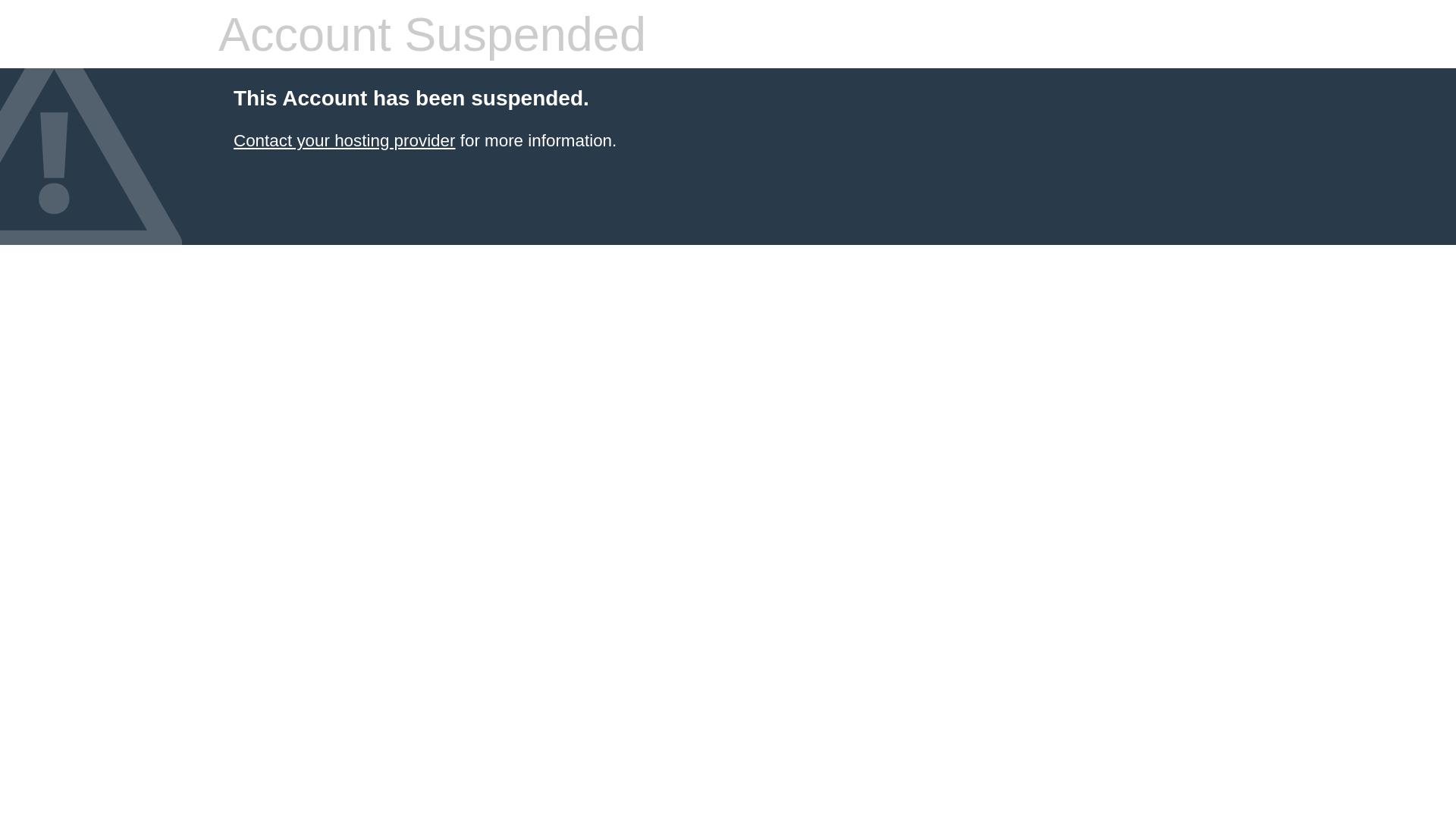 The image size is (1456, 819). Describe the element at coordinates (344, 140) in the screenshot. I see `'Contact your hosting provider'` at that location.